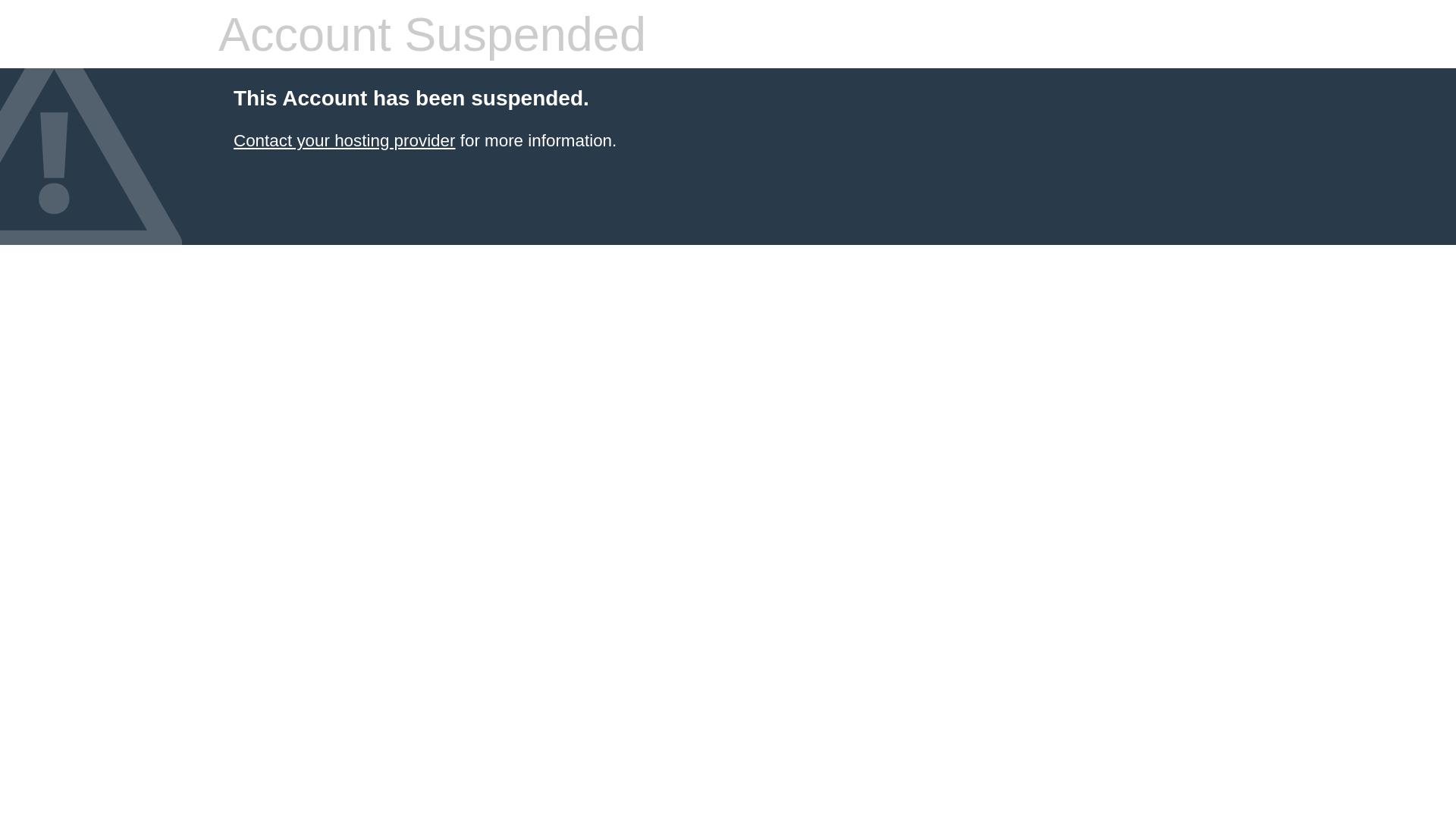 The image size is (1456, 819). Describe the element at coordinates (344, 140) in the screenshot. I see `'Contact your hosting provider'` at that location.